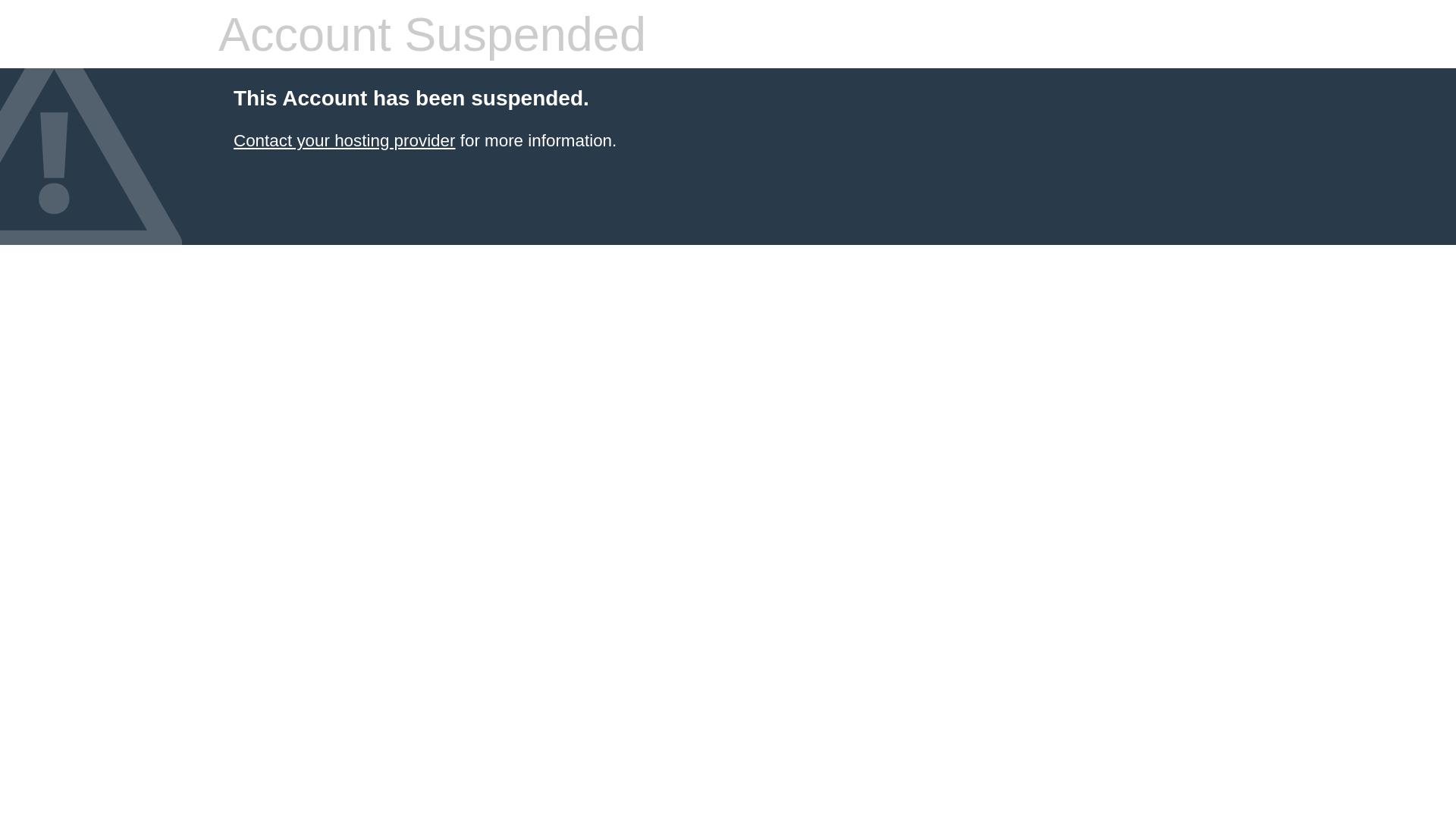 The image size is (1456, 819). Describe the element at coordinates (344, 140) in the screenshot. I see `'Contact your hosting provider'` at that location.